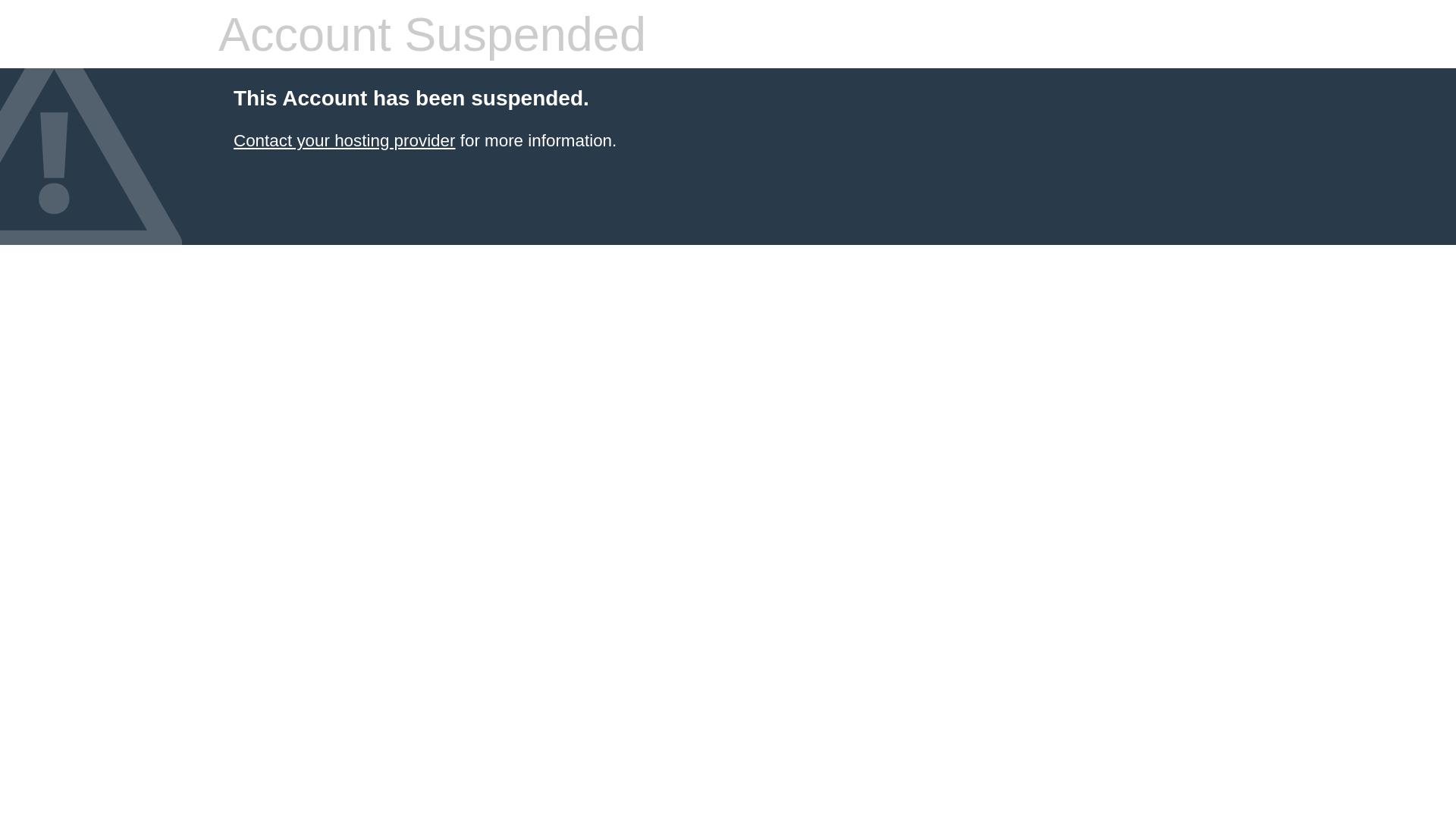 The image size is (1456, 819). Describe the element at coordinates (344, 140) in the screenshot. I see `'Contact your hosting provider'` at that location.